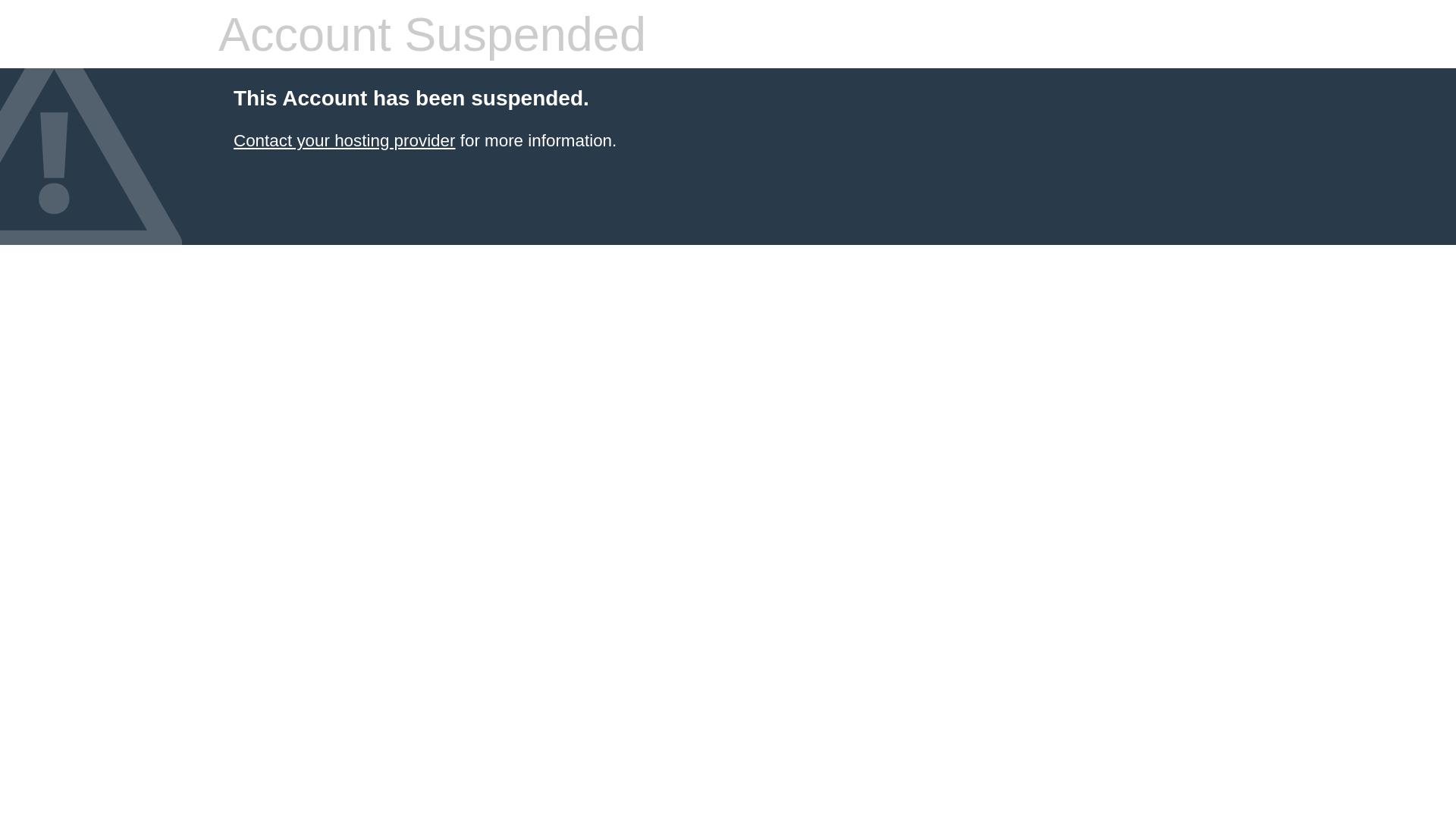 The image size is (1456, 819). Describe the element at coordinates (344, 140) in the screenshot. I see `'Contact your hosting provider'` at that location.